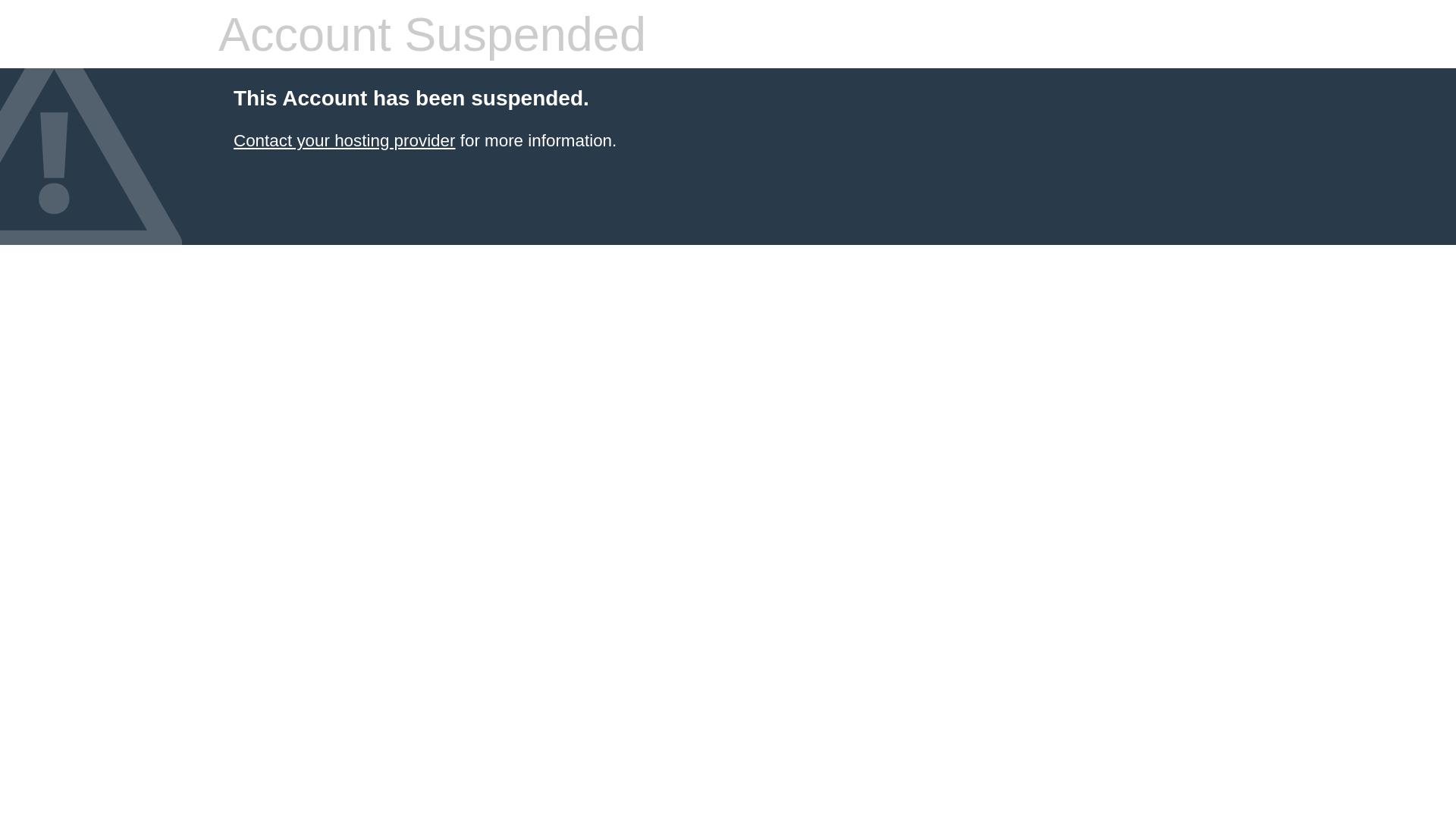 The image size is (1456, 819). Describe the element at coordinates (344, 140) in the screenshot. I see `'Contact your hosting provider'` at that location.